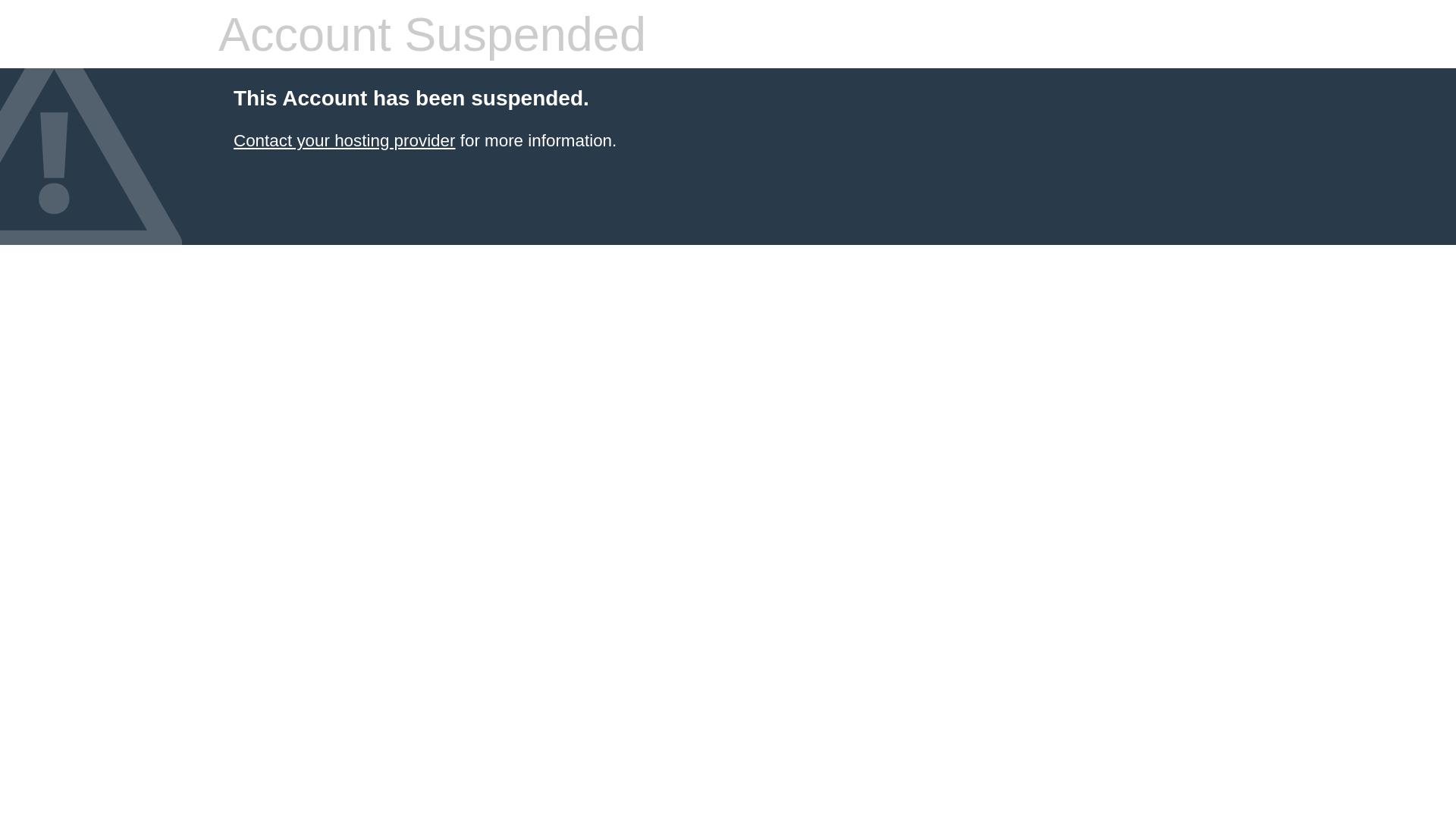 The image size is (1456, 819). Describe the element at coordinates (344, 140) in the screenshot. I see `'Contact your hosting provider'` at that location.